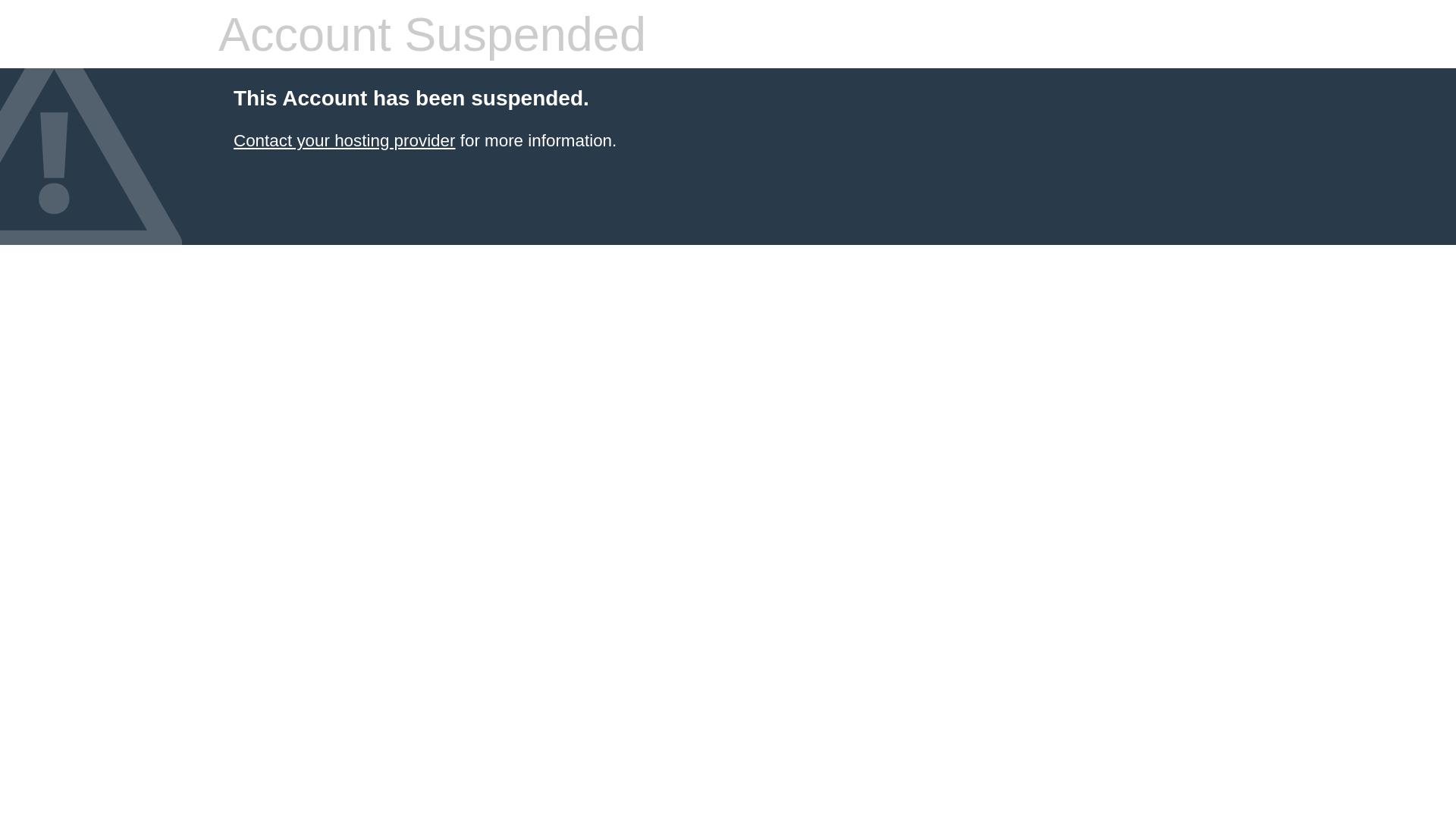 The image size is (1456, 819). Describe the element at coordinates (344, 140) in the screenshot. I see `'Contact your hosting provider'` at that location.